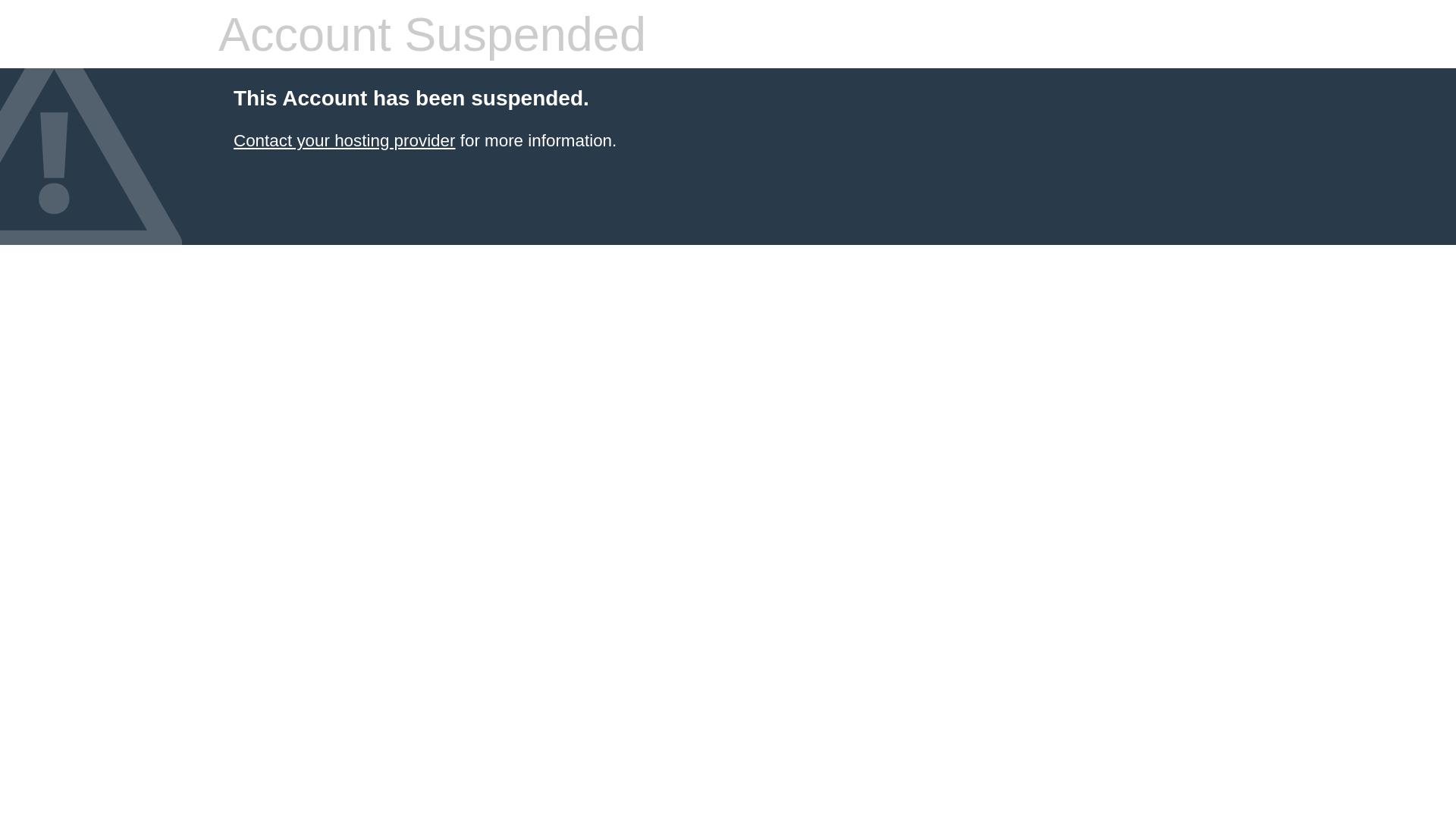 The image size is (1456, 819). Describe the element at coordinates (344, 140) in the screenshot. I see `'Contact your hosting provider'` at that location.